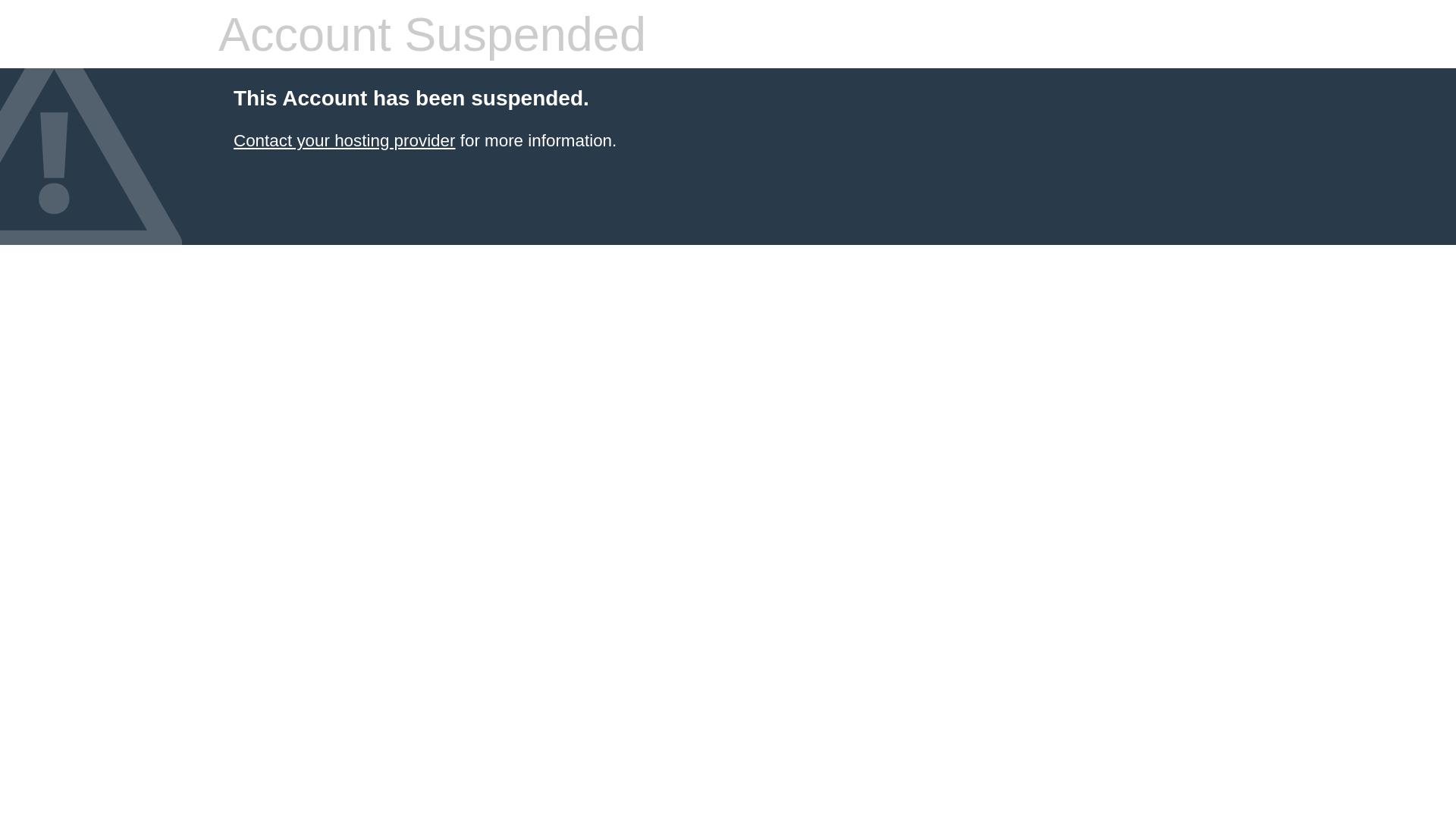 The image size is (1456, 819). Describe the element at coordinates (344, 140) in the screenshot. I see `'Contact your hosting provider'` at that location.